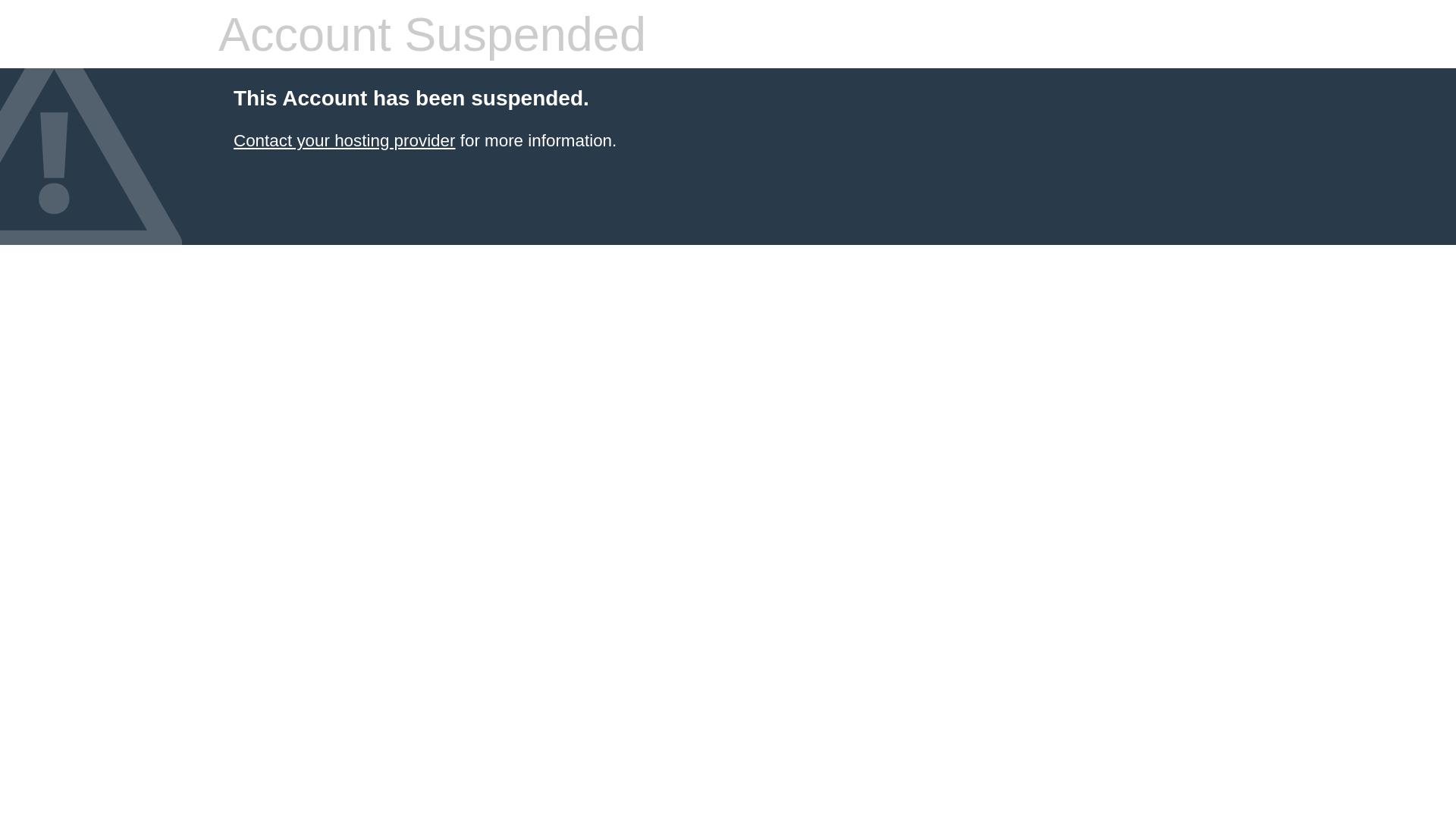 The image size is (1456, 819). Describe the element at coordinates (344, 140) in the screenshot. I see `'Contact your hosting provider'` at that location.